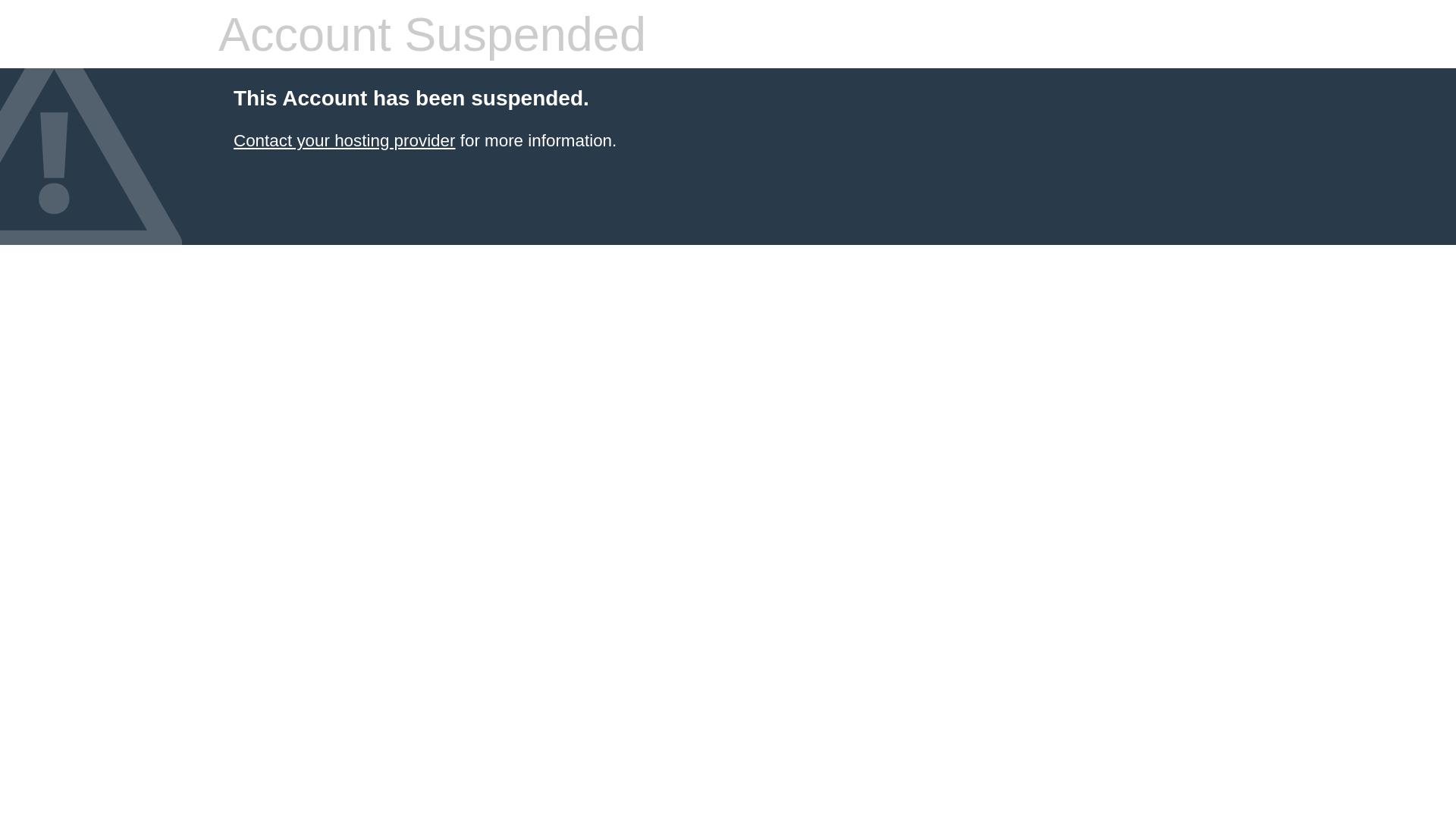 The image size is (1456, 819). Describe the element at coordinates (344, 140) in the screenshot. I see `'Contact your hosting provider'` at that location.